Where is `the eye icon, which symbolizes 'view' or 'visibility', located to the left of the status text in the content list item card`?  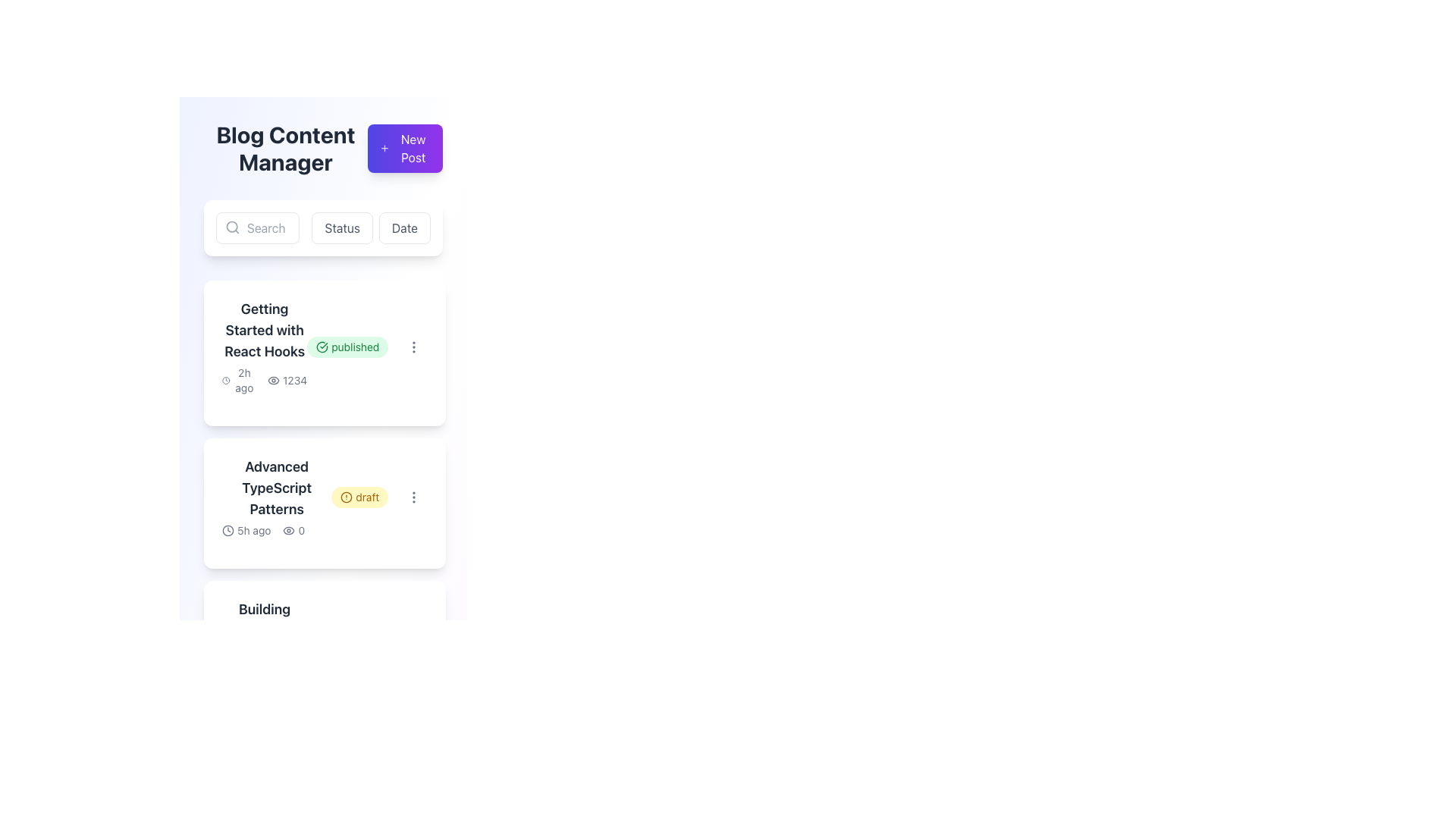 the eye icon, which symbolizes 'view' or 'visibility', located to the left of the status text in the content list item card is located at coordinates (289, 529).